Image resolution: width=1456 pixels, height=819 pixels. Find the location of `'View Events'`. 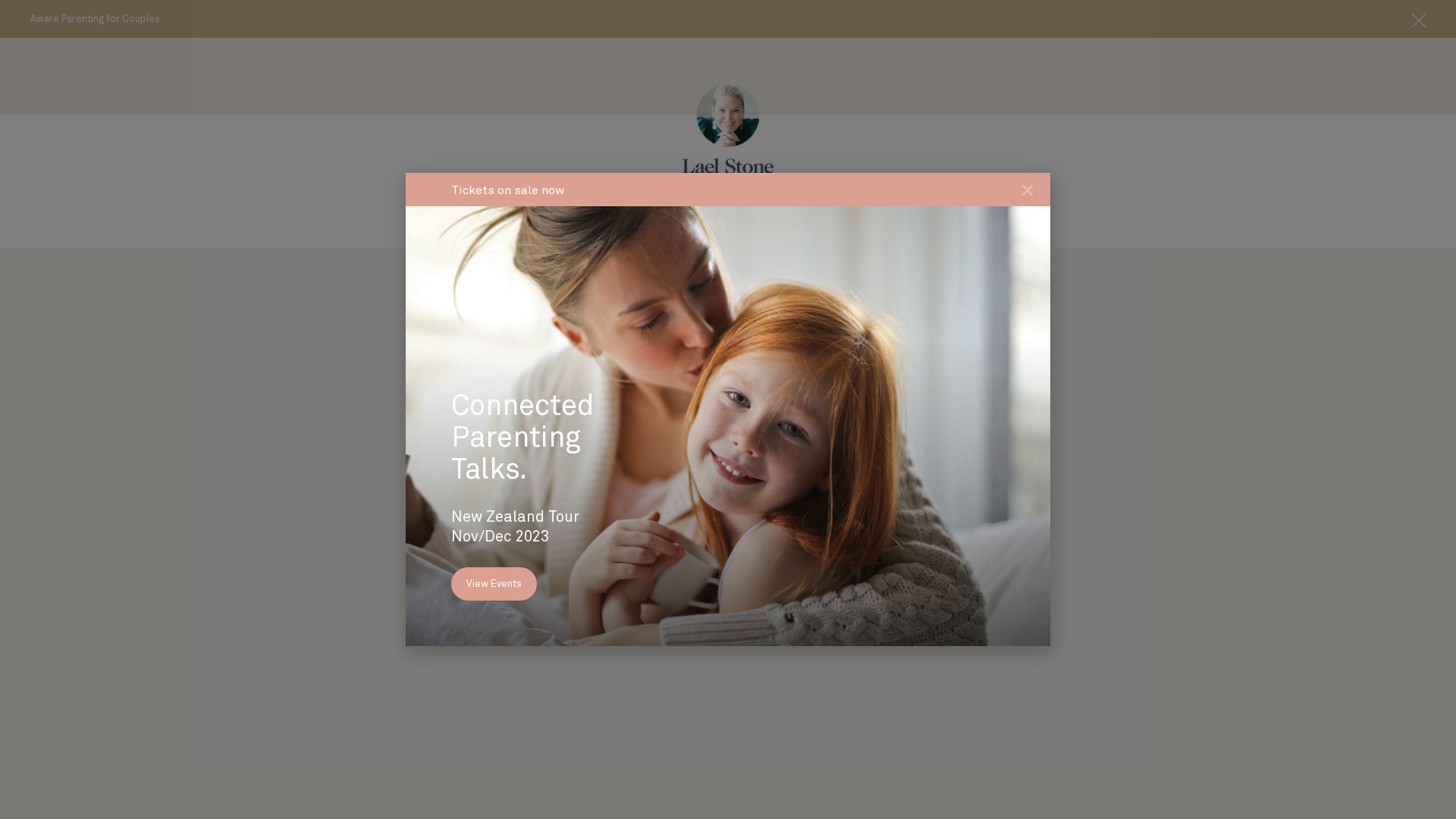

'View Events' is located at coordinates (494, 583).